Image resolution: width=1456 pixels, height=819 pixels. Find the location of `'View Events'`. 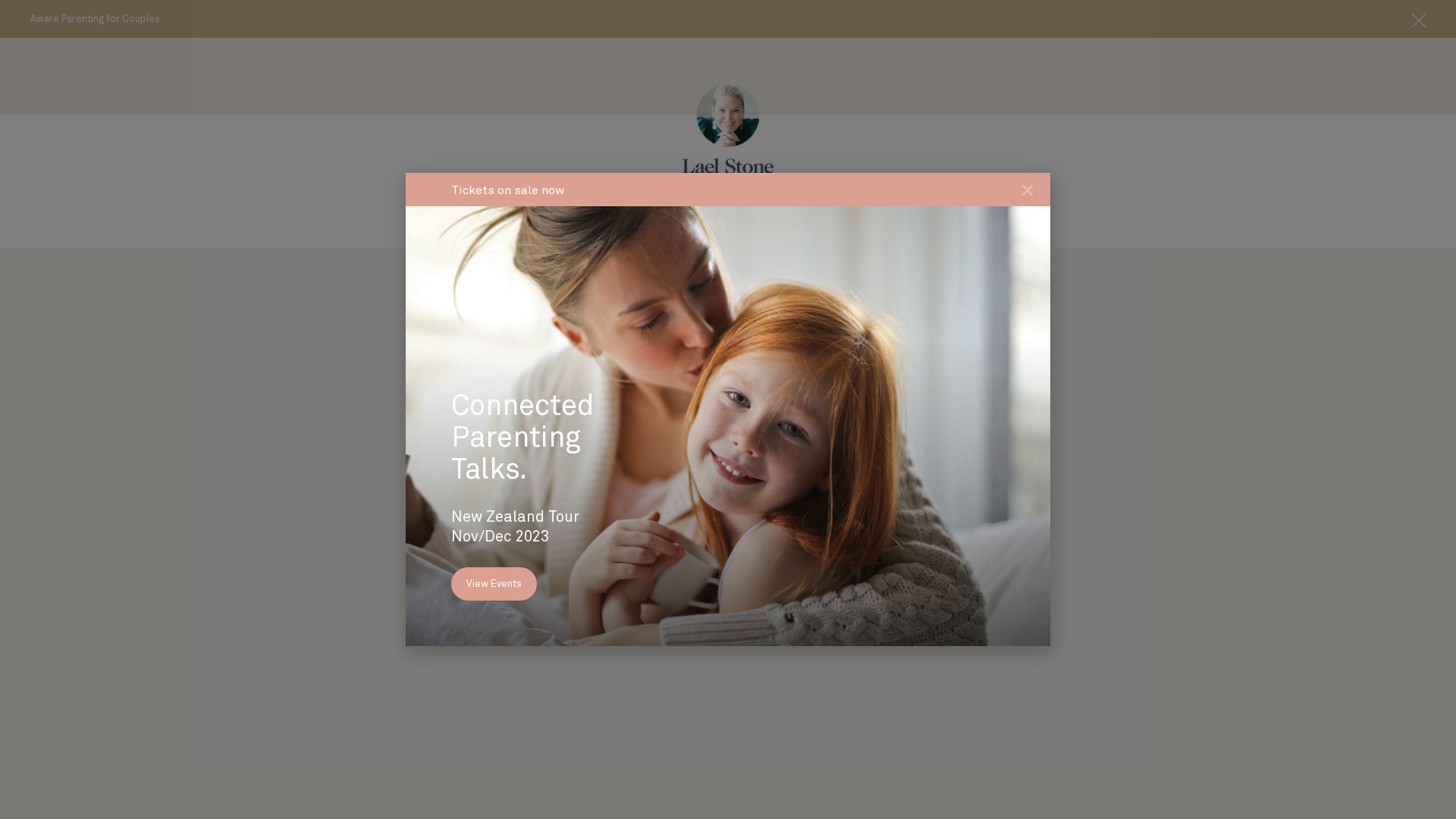

'View Events' is located at coordinates (494, 583).